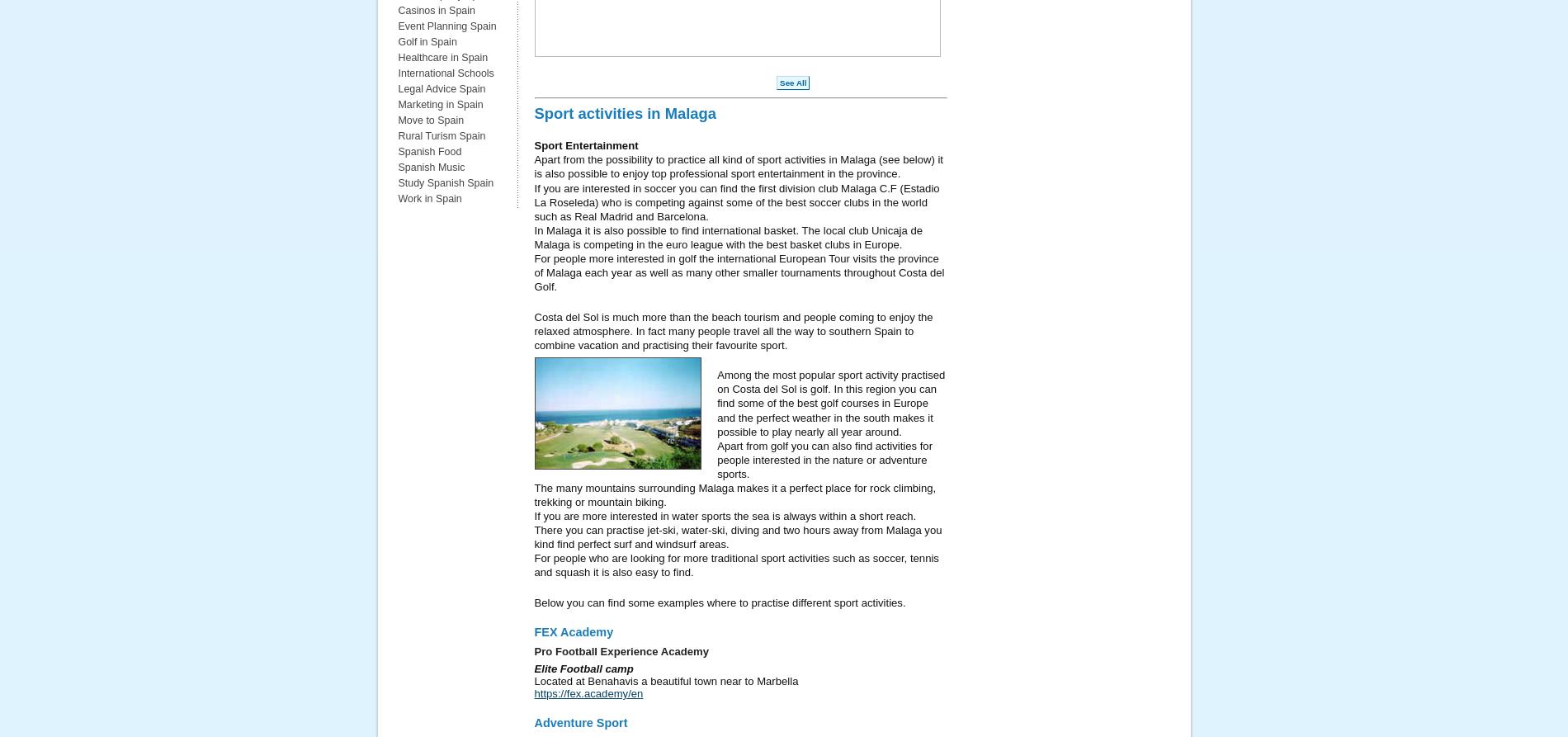  What do you see at coordinates (429, 150) in the screenshot?
I see `'Spanish Food'` at bounding box center [429, 150].